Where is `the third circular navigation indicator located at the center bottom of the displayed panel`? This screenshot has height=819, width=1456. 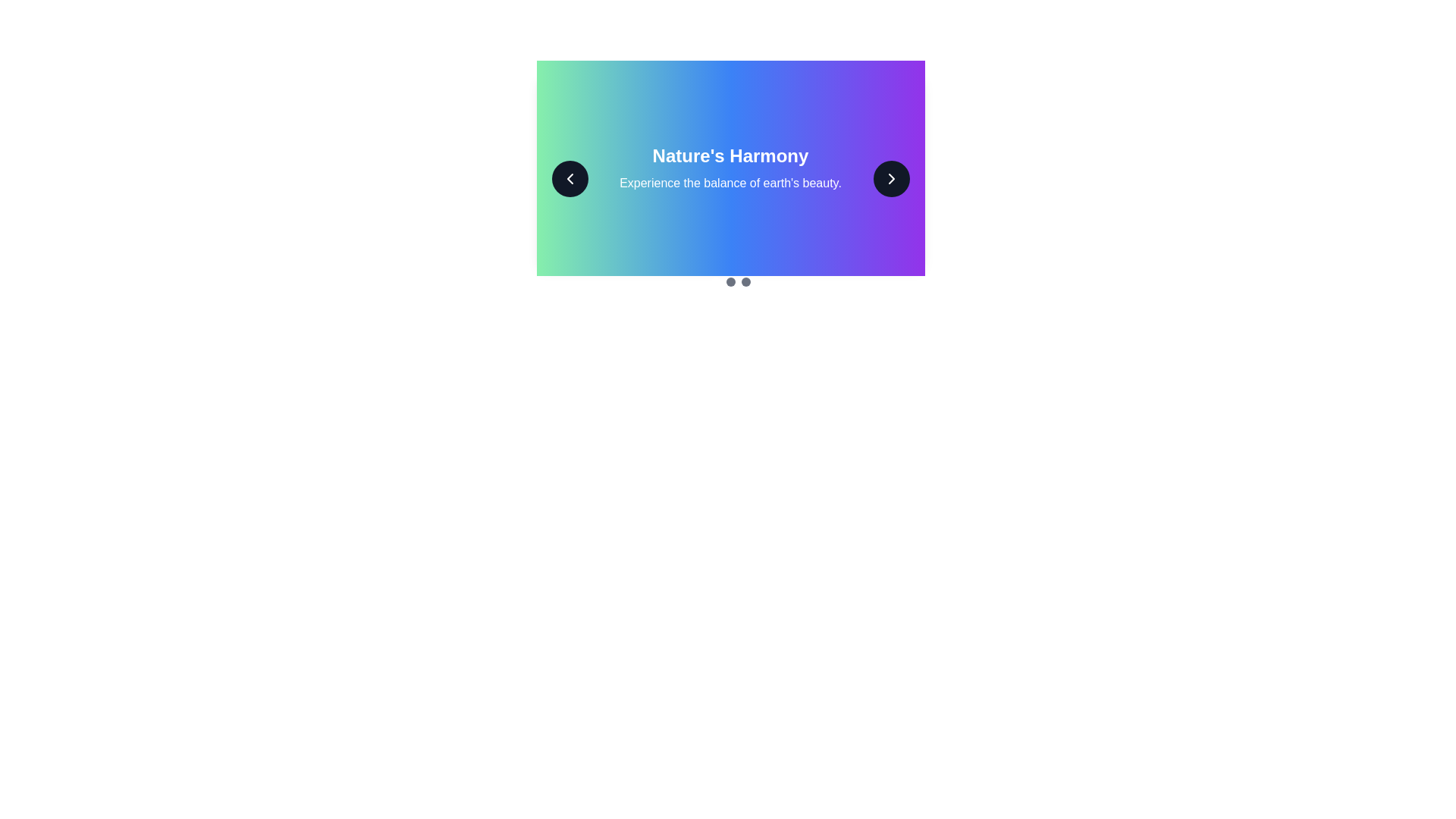
the third circular navigation indicator located at the center bottom of the displayed panel is located at coordinates (745, 281).